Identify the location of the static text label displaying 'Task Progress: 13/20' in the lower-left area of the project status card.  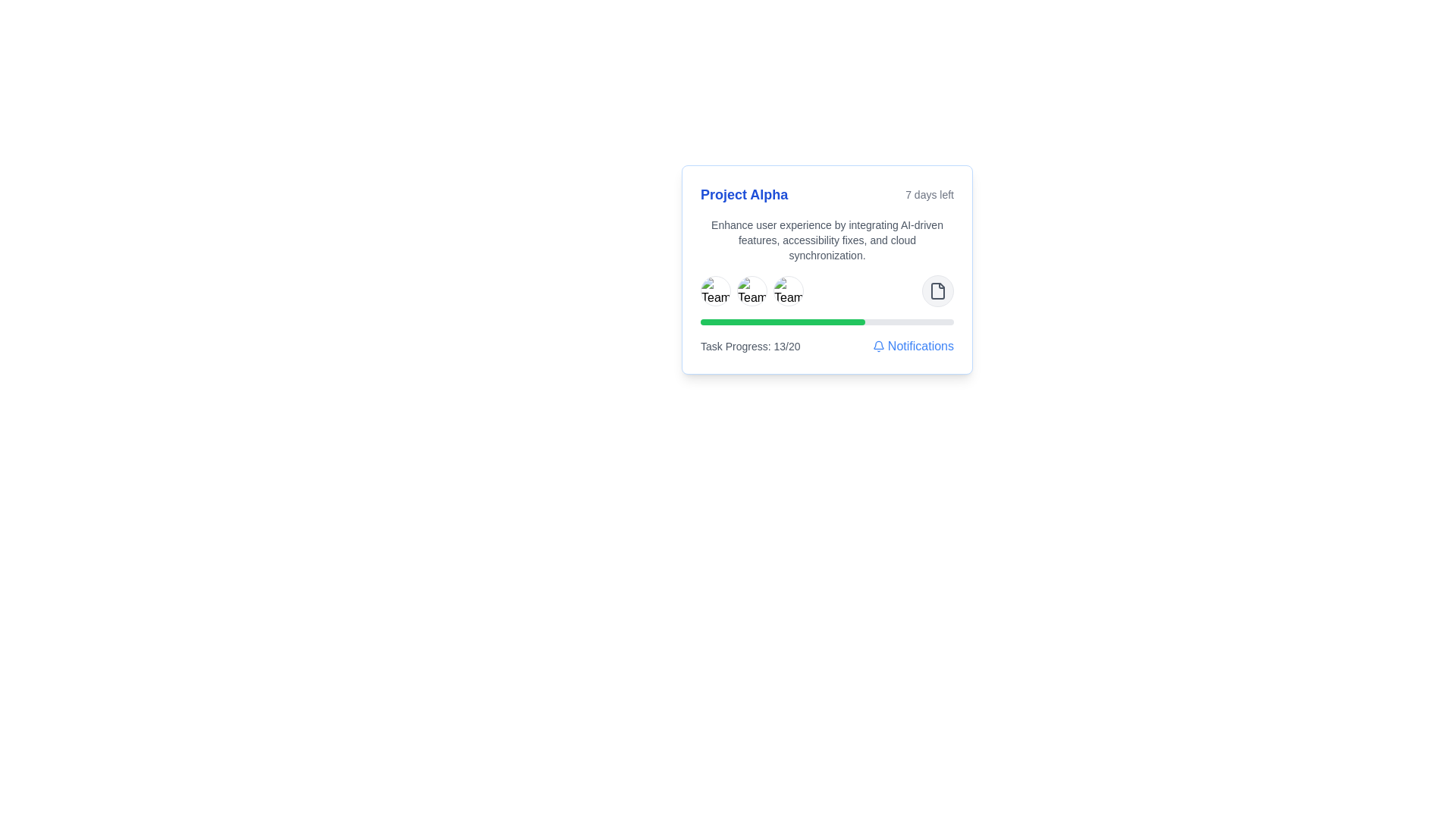
(750, 346).